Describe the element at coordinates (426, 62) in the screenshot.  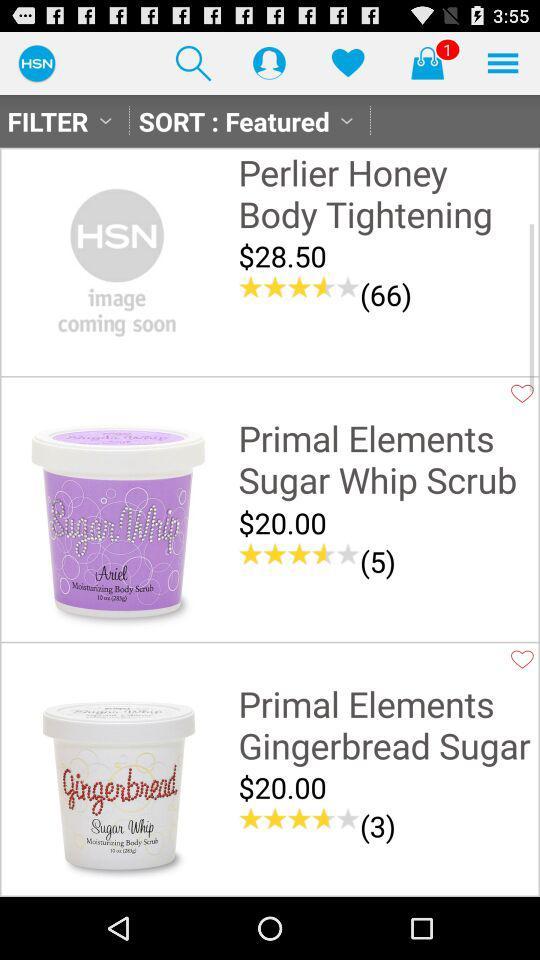
I see `shopping bag` at that location.